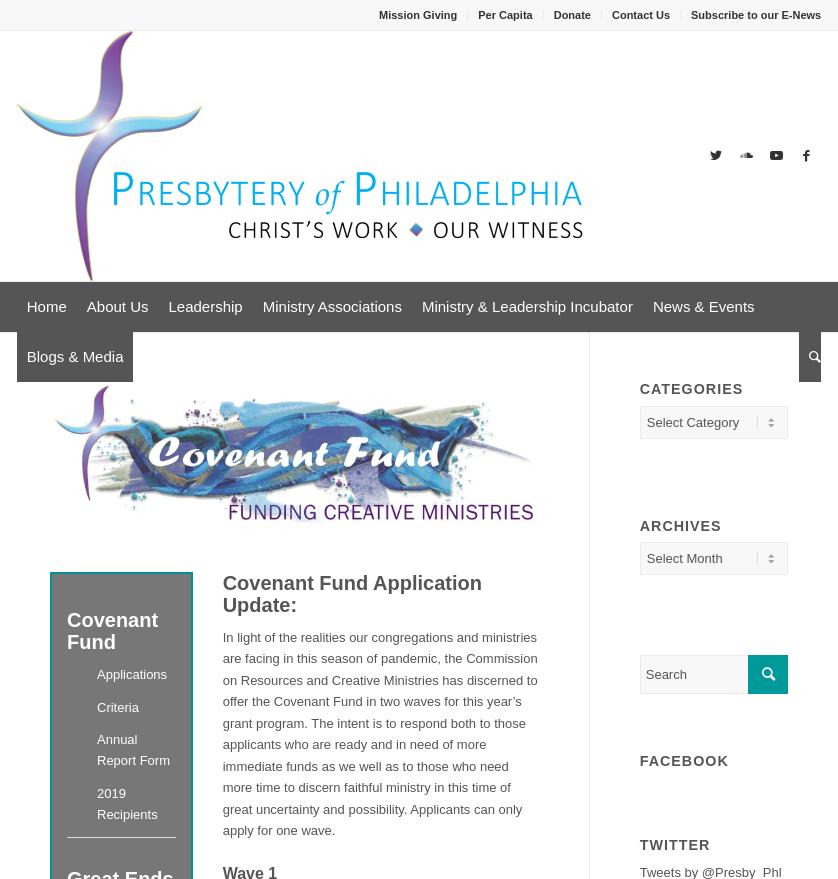 The height and width of the screenshot is (879, 838). What do you see at coordinates (173, 469) in the screenshot?
I see `'Committees'` at bounding box center [173, 469].